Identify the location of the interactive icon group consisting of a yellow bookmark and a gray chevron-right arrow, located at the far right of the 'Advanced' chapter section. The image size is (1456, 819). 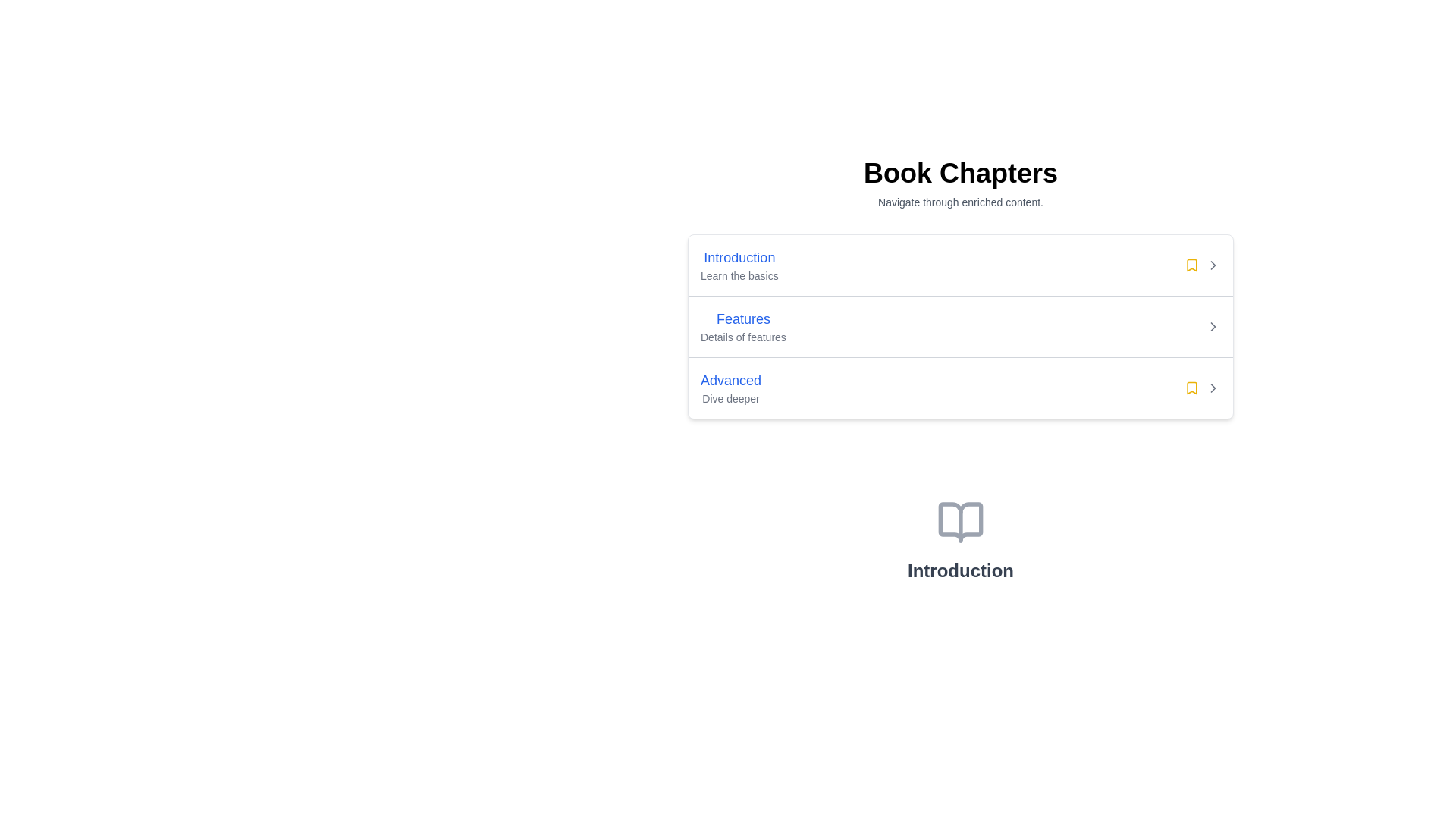
(1201, 388).